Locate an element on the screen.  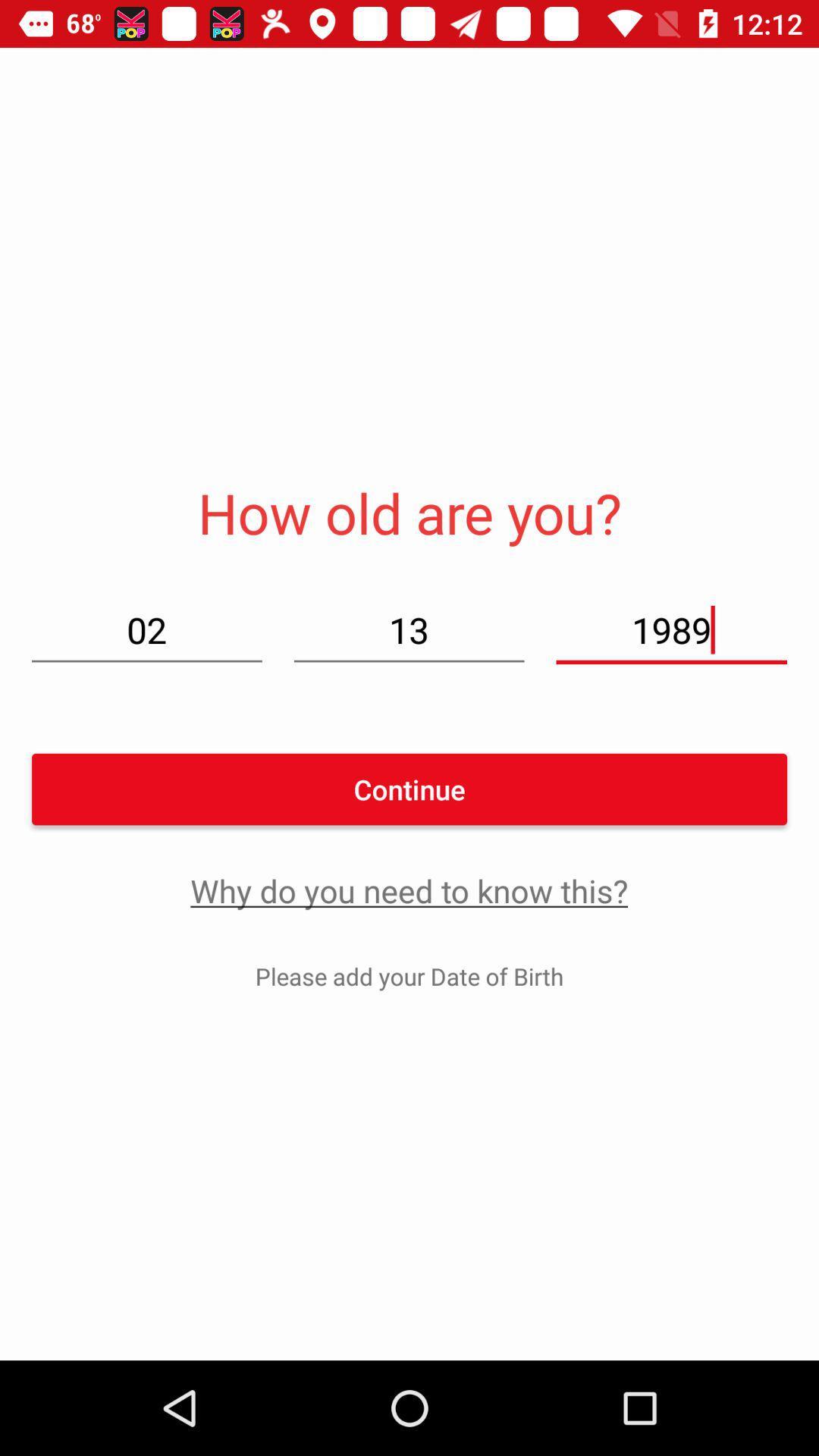
item next to the 13 item is located at coordinates (146, 629).